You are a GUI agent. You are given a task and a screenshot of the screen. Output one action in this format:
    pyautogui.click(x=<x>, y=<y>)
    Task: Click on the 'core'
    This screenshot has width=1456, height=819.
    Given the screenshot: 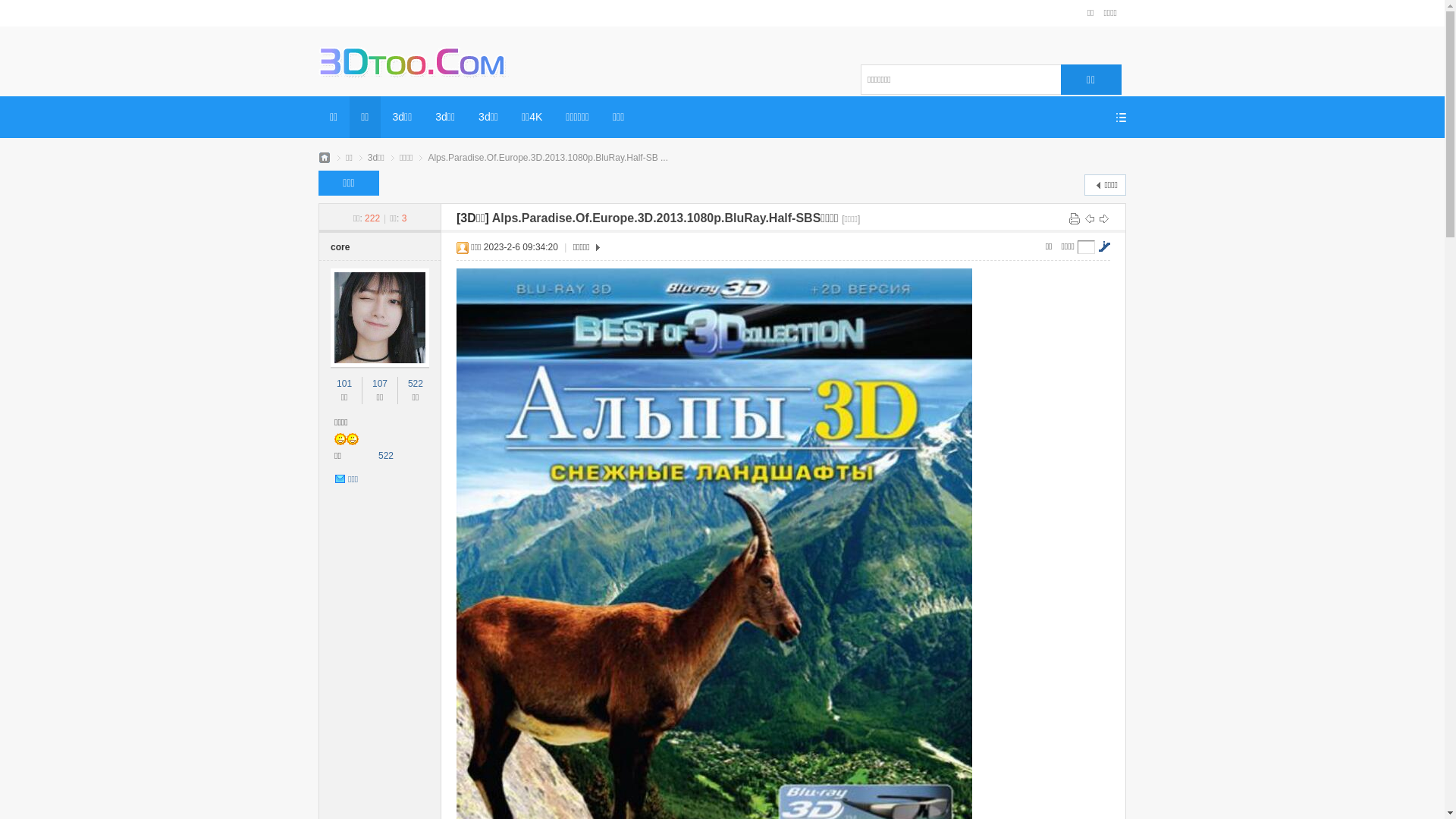 What is the action you would take?
    pyautogui.click(x=330, y=246)
    